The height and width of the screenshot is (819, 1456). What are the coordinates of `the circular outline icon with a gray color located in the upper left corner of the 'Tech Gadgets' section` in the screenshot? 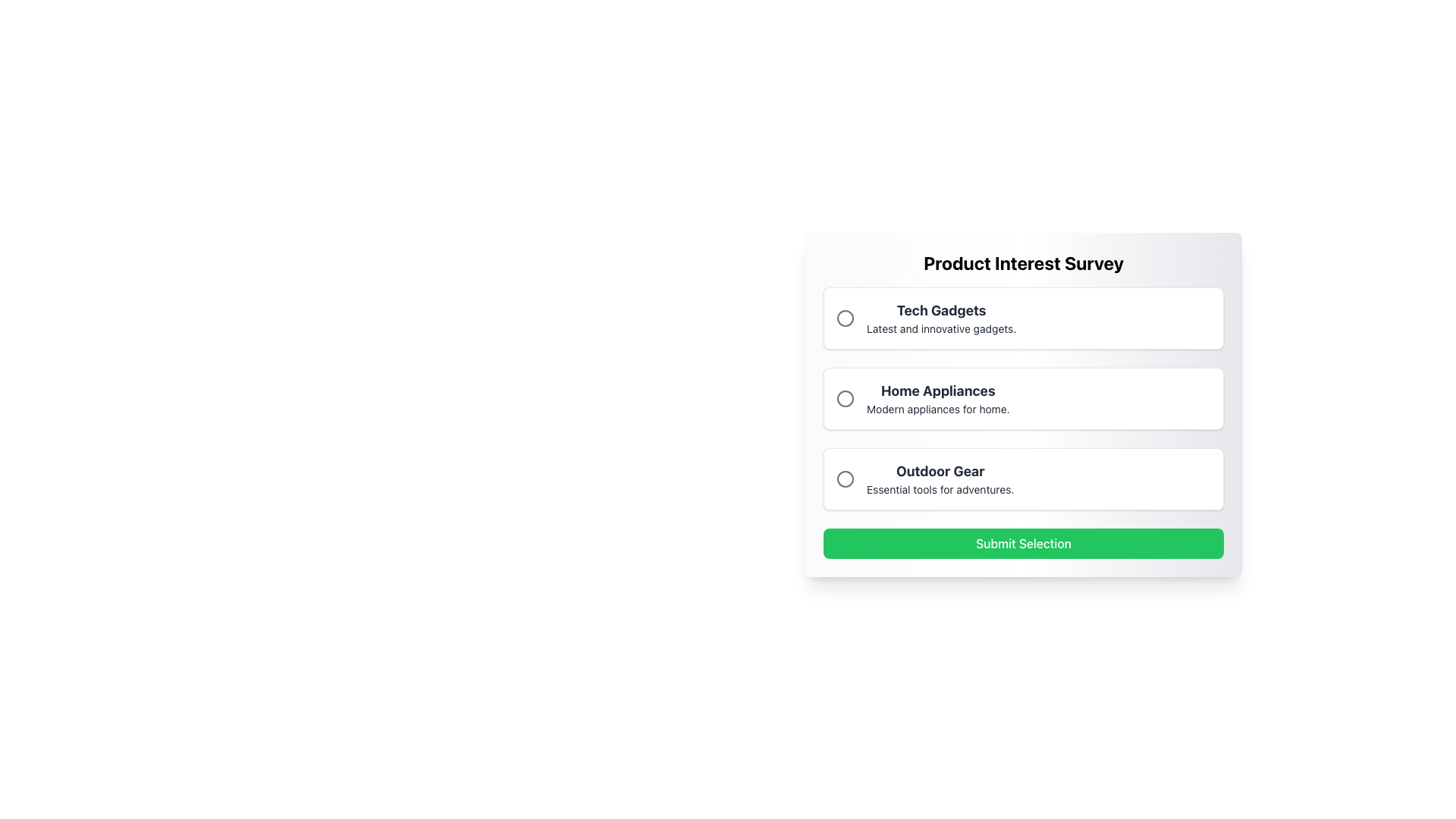 It's located at (844, 318).